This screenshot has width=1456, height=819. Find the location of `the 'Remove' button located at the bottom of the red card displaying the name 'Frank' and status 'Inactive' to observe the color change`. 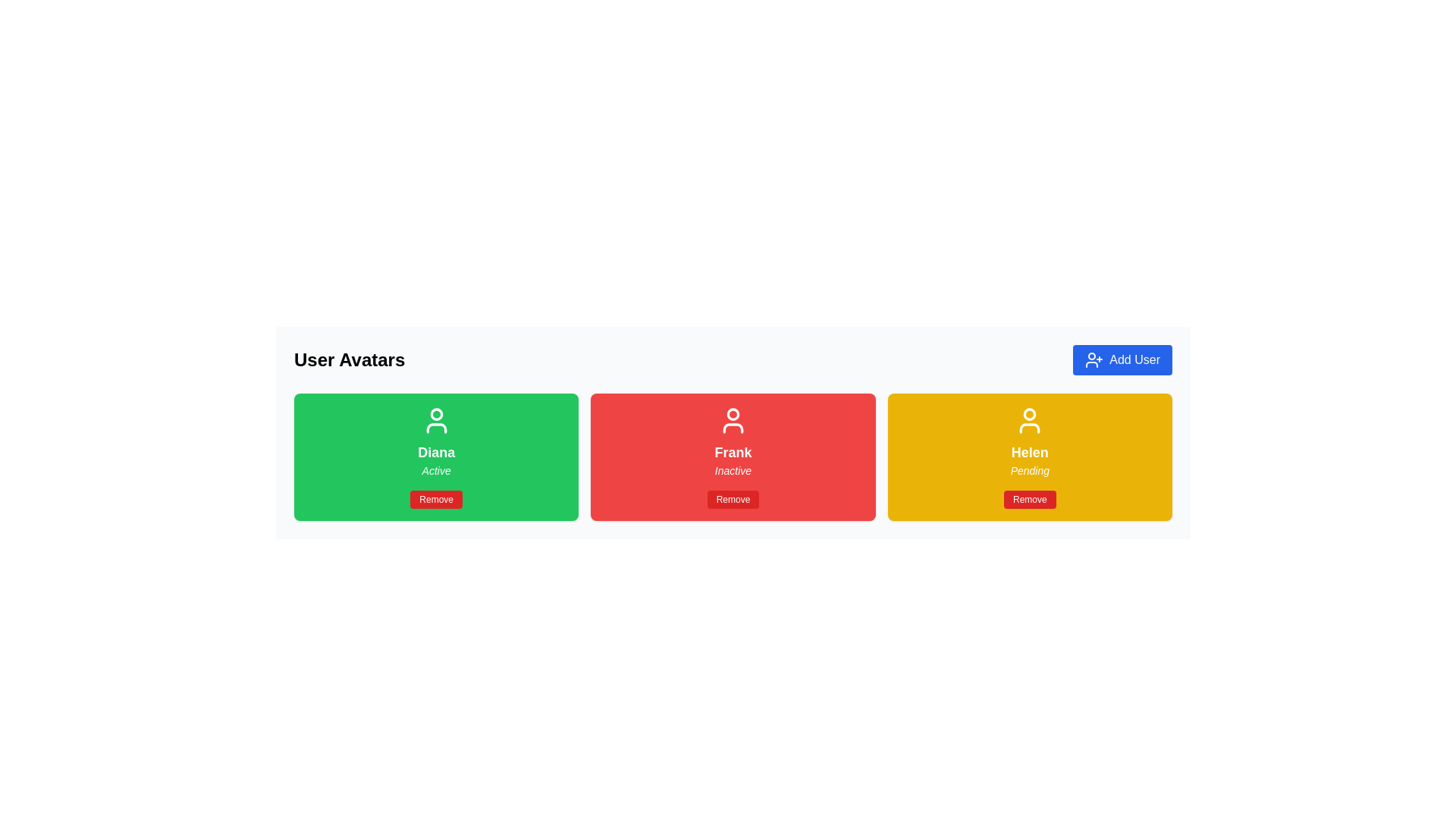

the 'Remove' button located at the bottom of the red card displaying the name 'Frank' and status 'Inactive' to observe the color change is located at coordinates (733, 500).